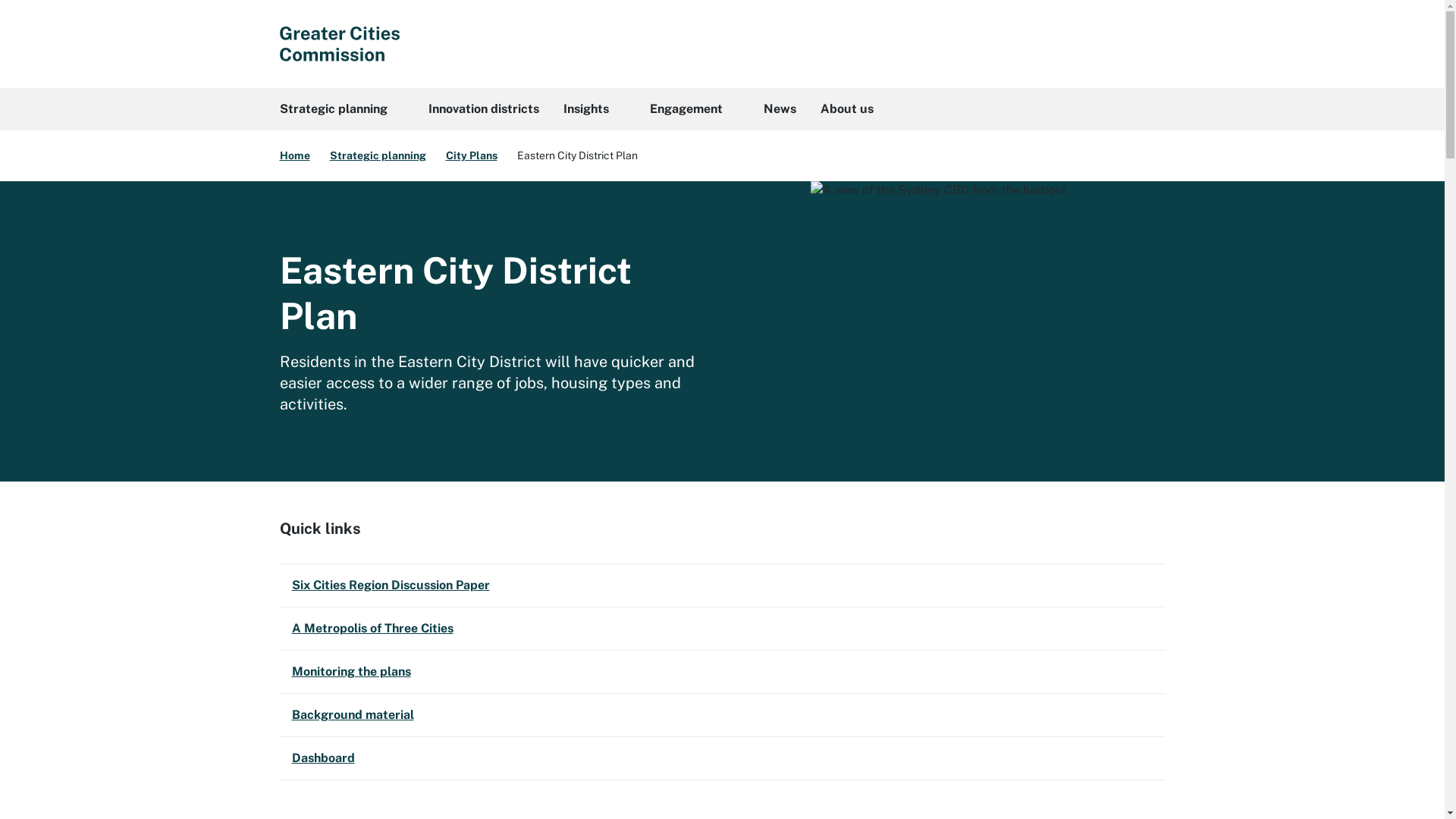  What do you see at coordinates (720, 671) in the screenshot?
I see `'Monitoring the plans'` at bounding box center [720, 671].